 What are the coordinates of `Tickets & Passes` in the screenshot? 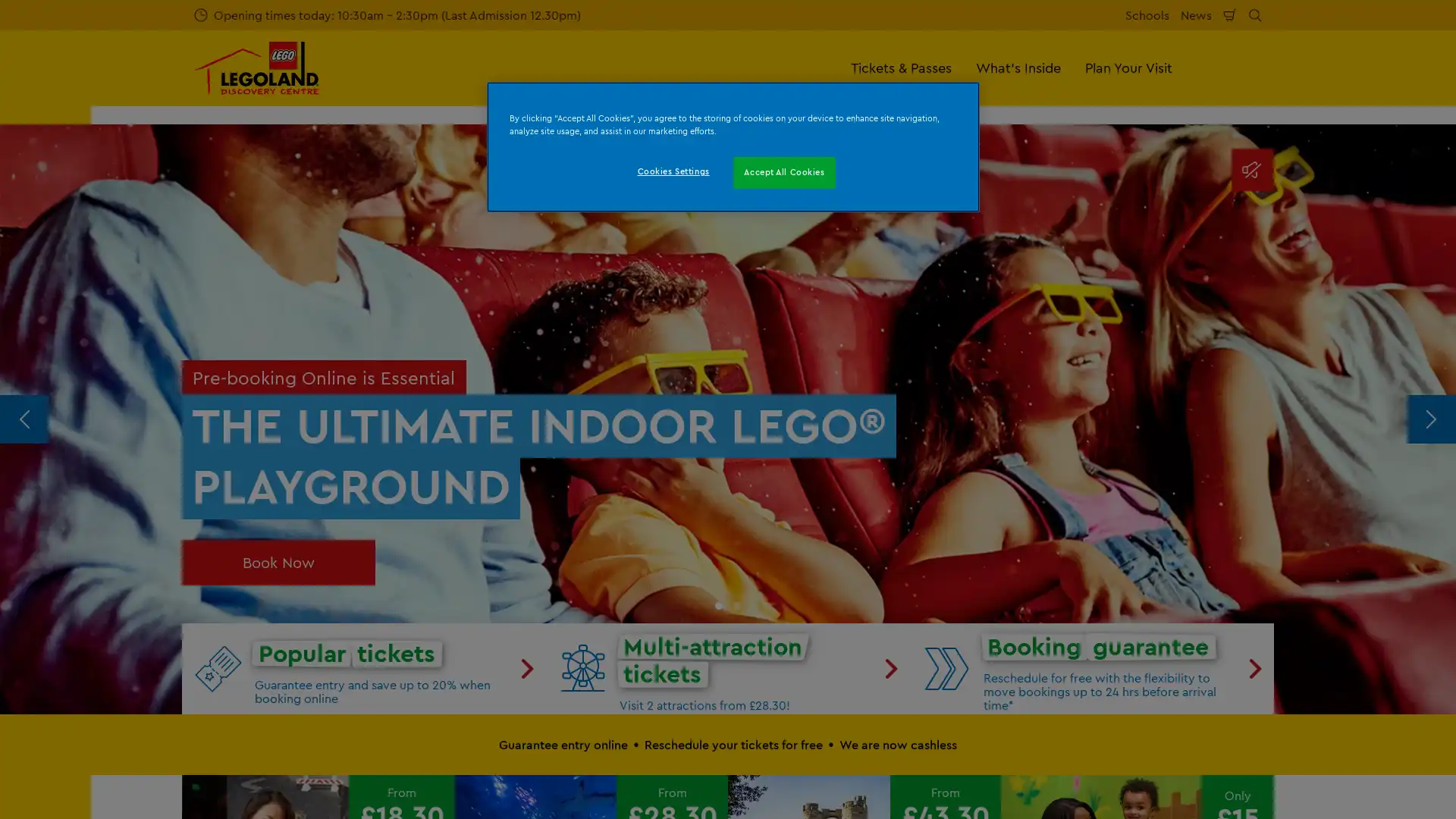 It's located at (901, 67).